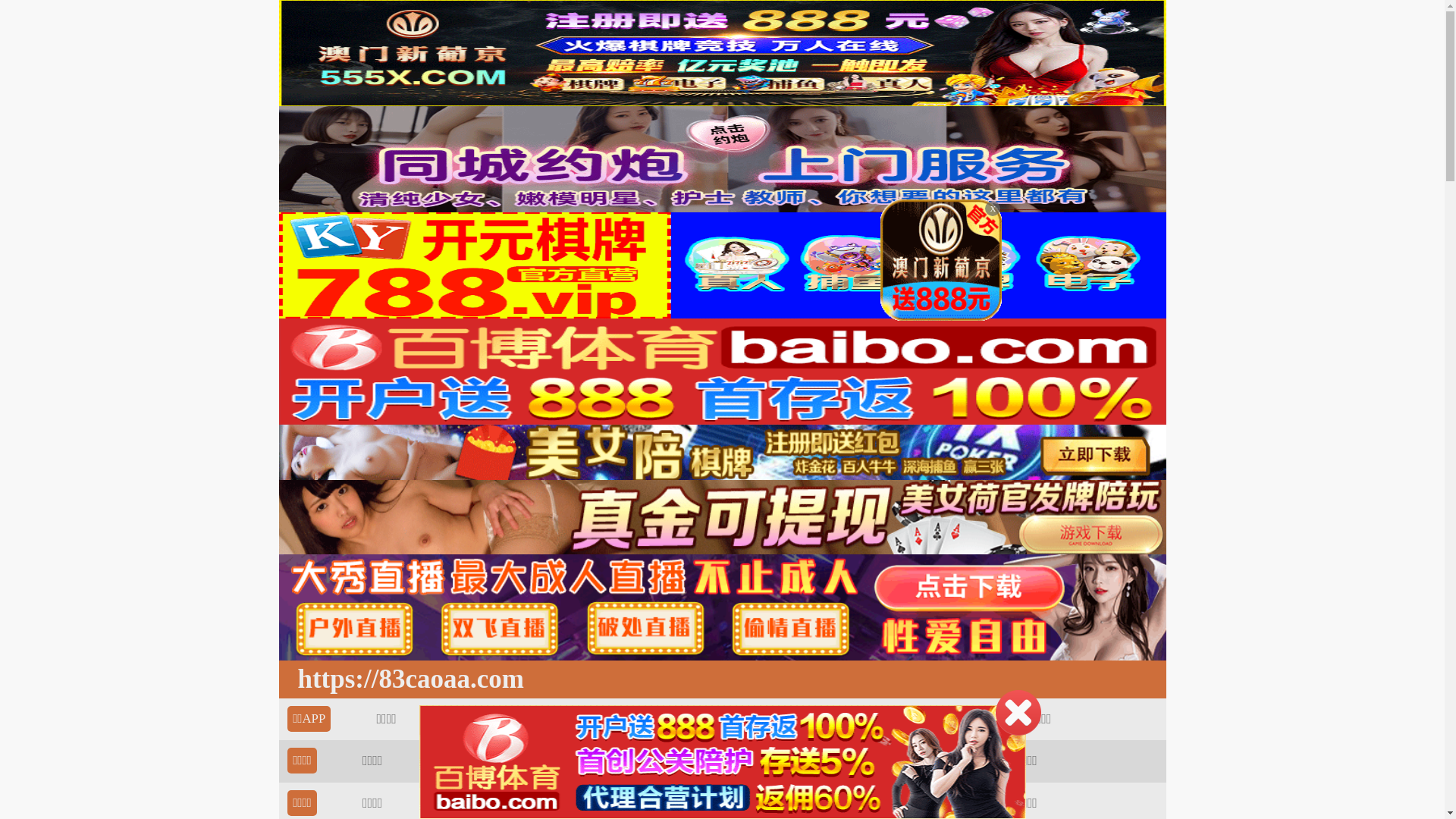 The height and width of the screenshot is (819, 1456). Describe the element at coordinates (406, 678) in the screenshot. I see `'https://83caoaa.com'` at that location.